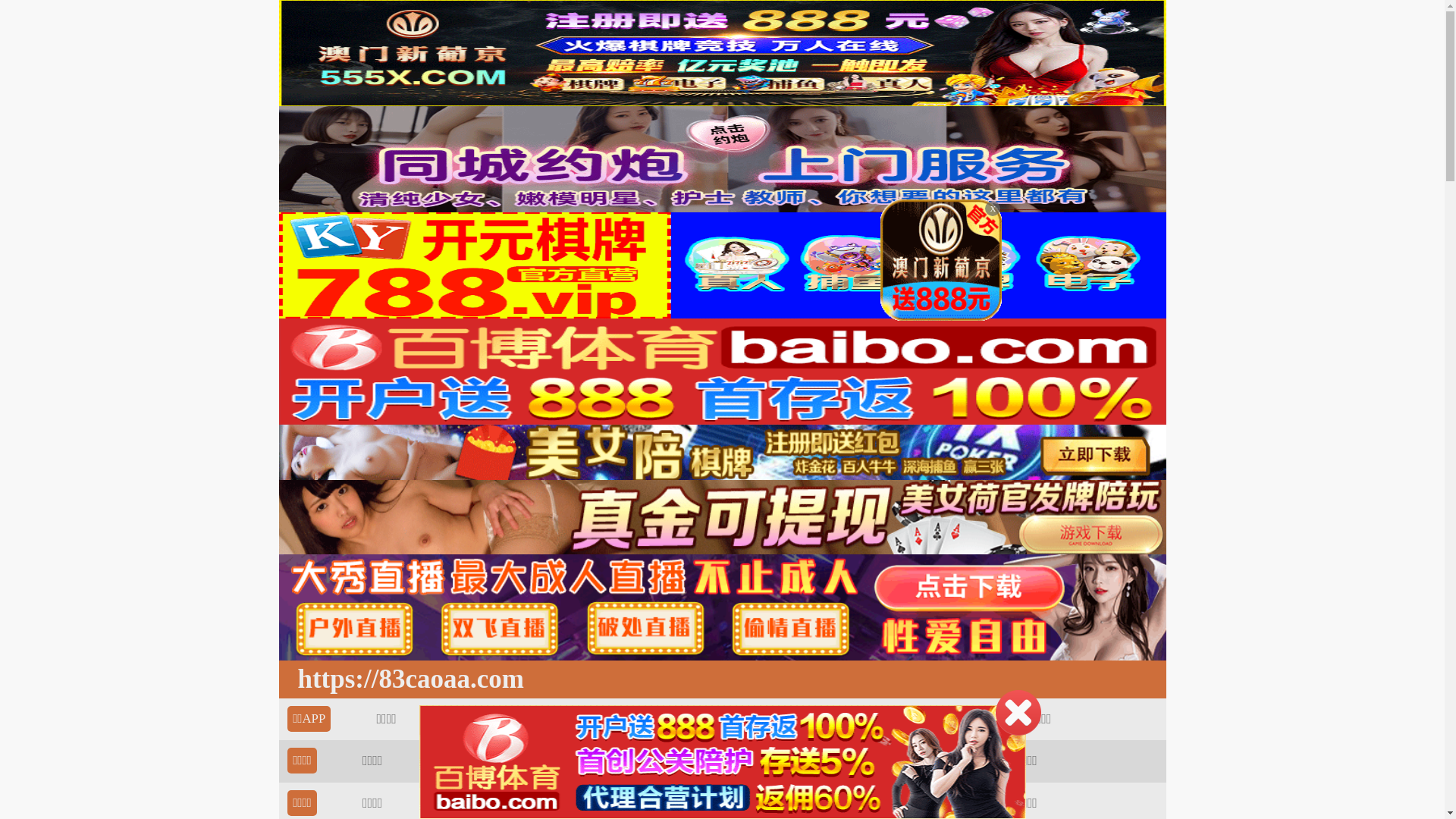 The height and width of the screenshot is (819, 1456). Describe the element at coordinates (406, 678) in the screenshot. I see `'https://83caoaa.com'` at that location.